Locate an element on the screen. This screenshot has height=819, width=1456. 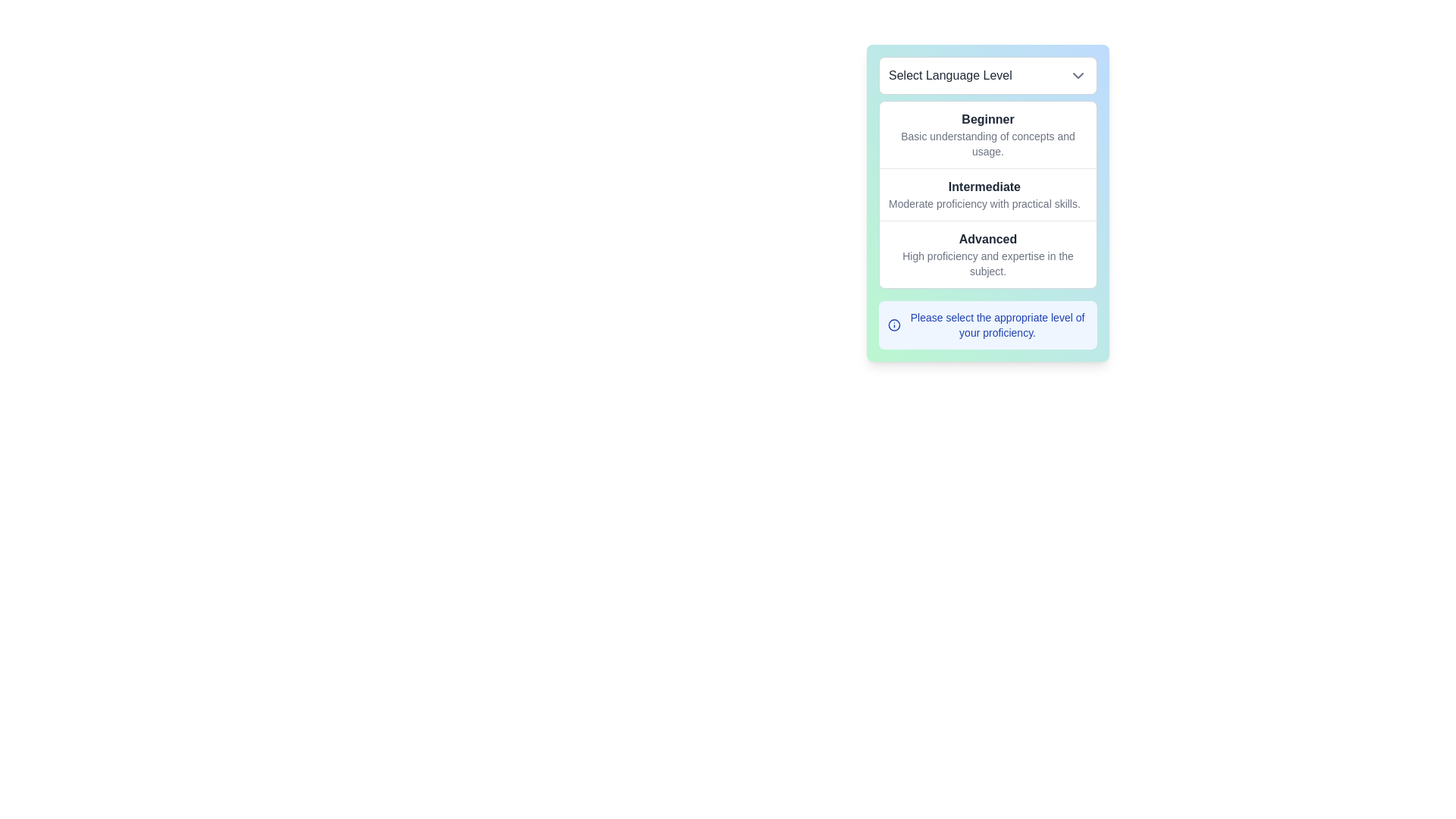
the informational icon located at the beginning of the horizontally arranged group at the bottom of the card to provide additional context or explanation related to the adjacent description is located at coordinates (894, 324).